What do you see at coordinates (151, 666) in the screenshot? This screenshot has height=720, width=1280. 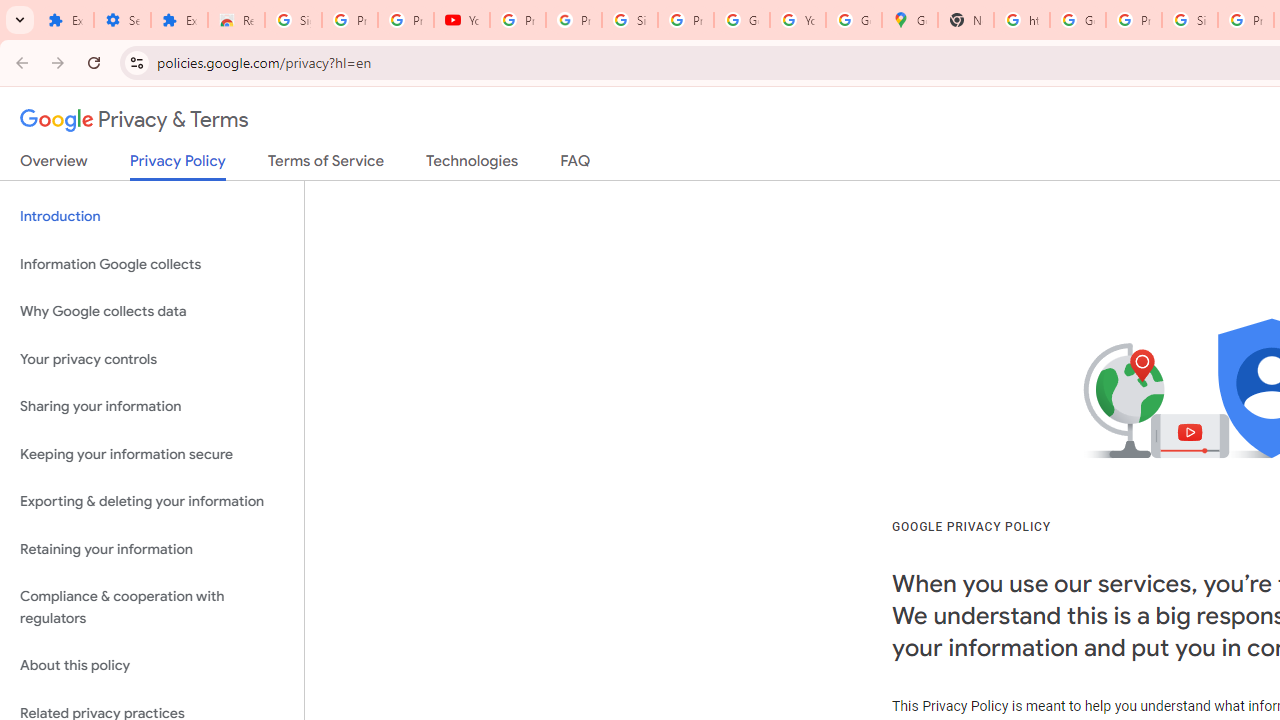 I see `'About this policy'` at bounding box center [151, 666].